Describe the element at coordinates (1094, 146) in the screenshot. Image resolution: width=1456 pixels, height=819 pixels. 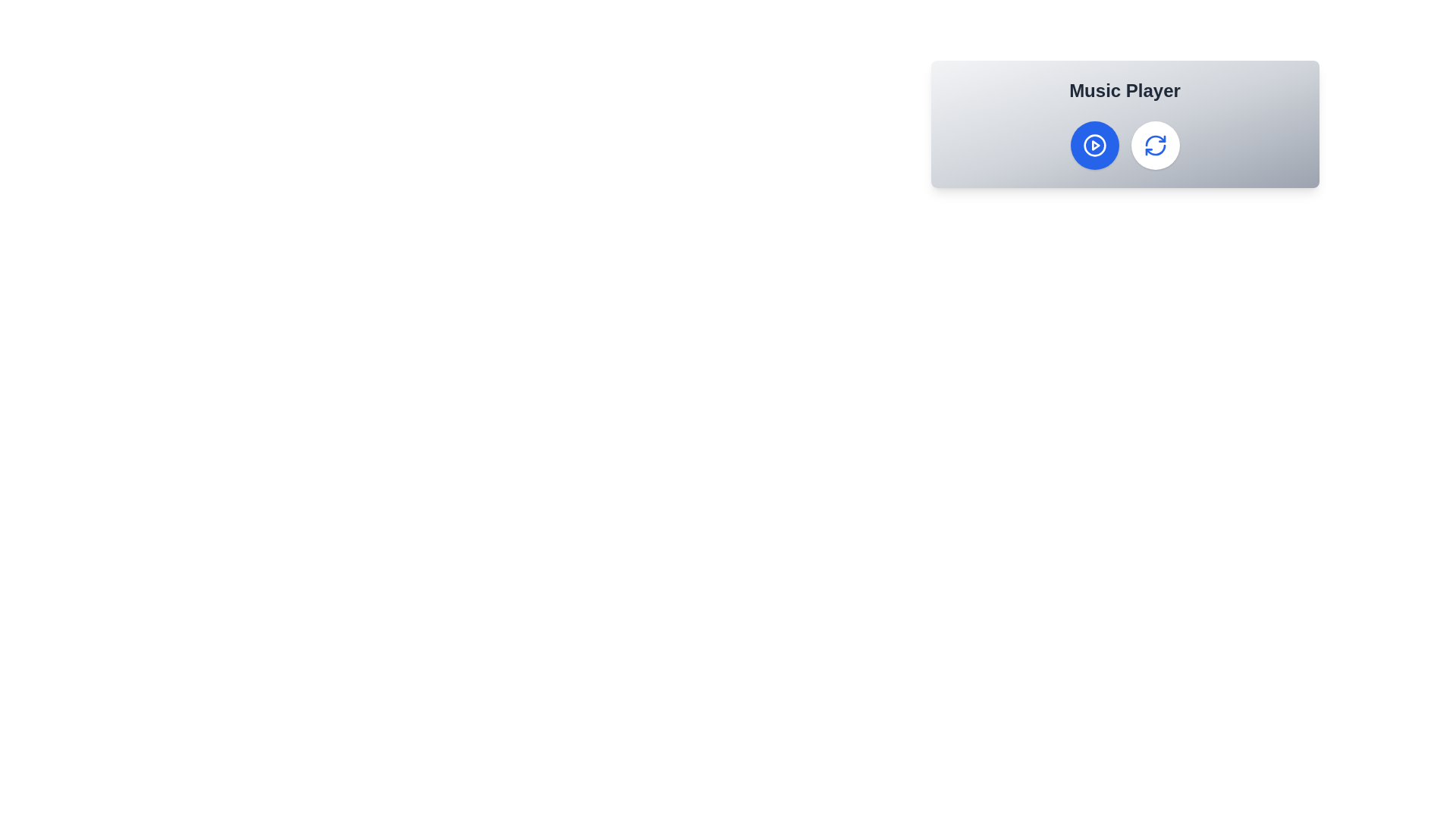
I see `the circular outline icon inside the blue play button located at the top-center of the interface beneath the 'Music Player' label` at that location.